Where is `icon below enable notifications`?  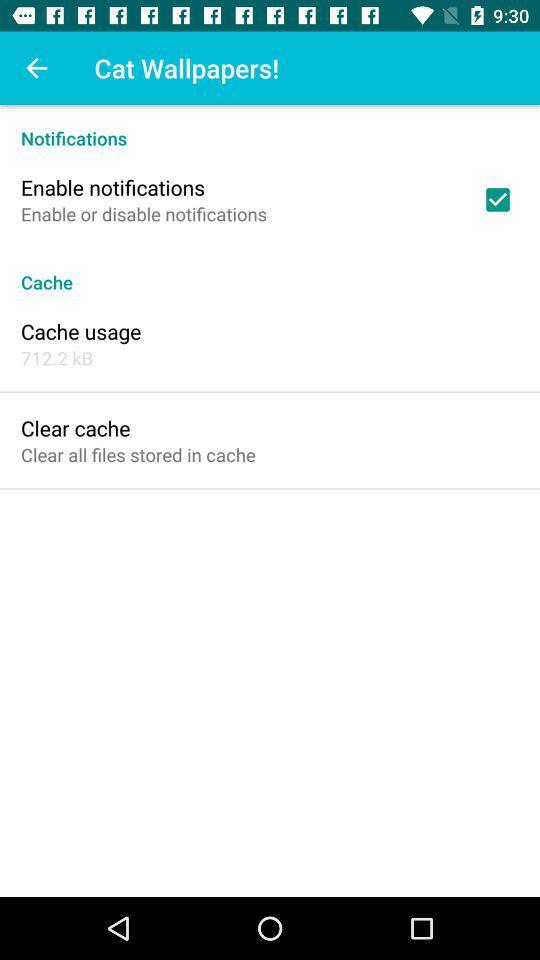
icon below enable notifications is located at coordinates (143, 214).